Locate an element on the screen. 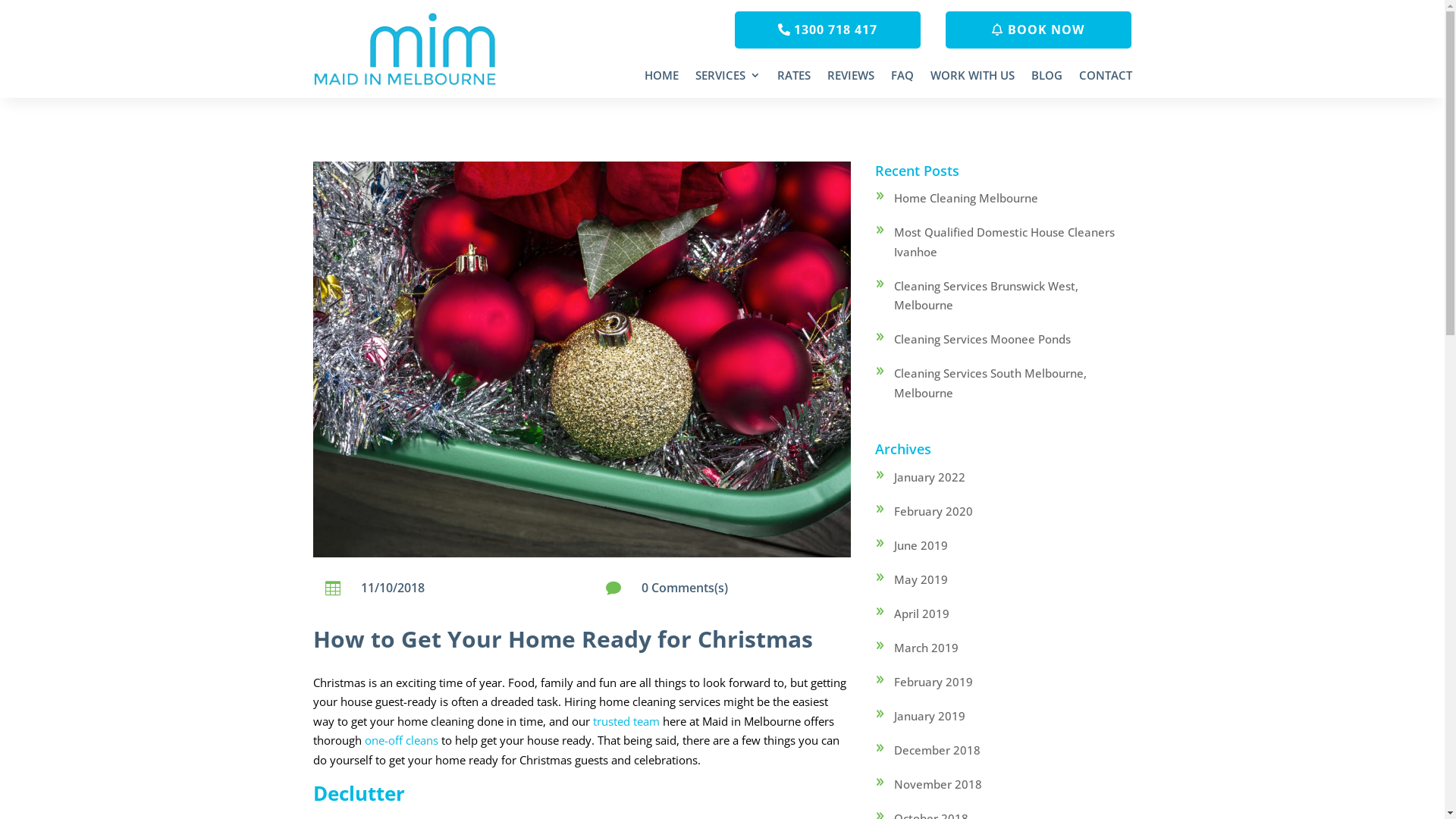 The image size is (1456, 819). 'FAQ' is located at coordinates (902, 78).